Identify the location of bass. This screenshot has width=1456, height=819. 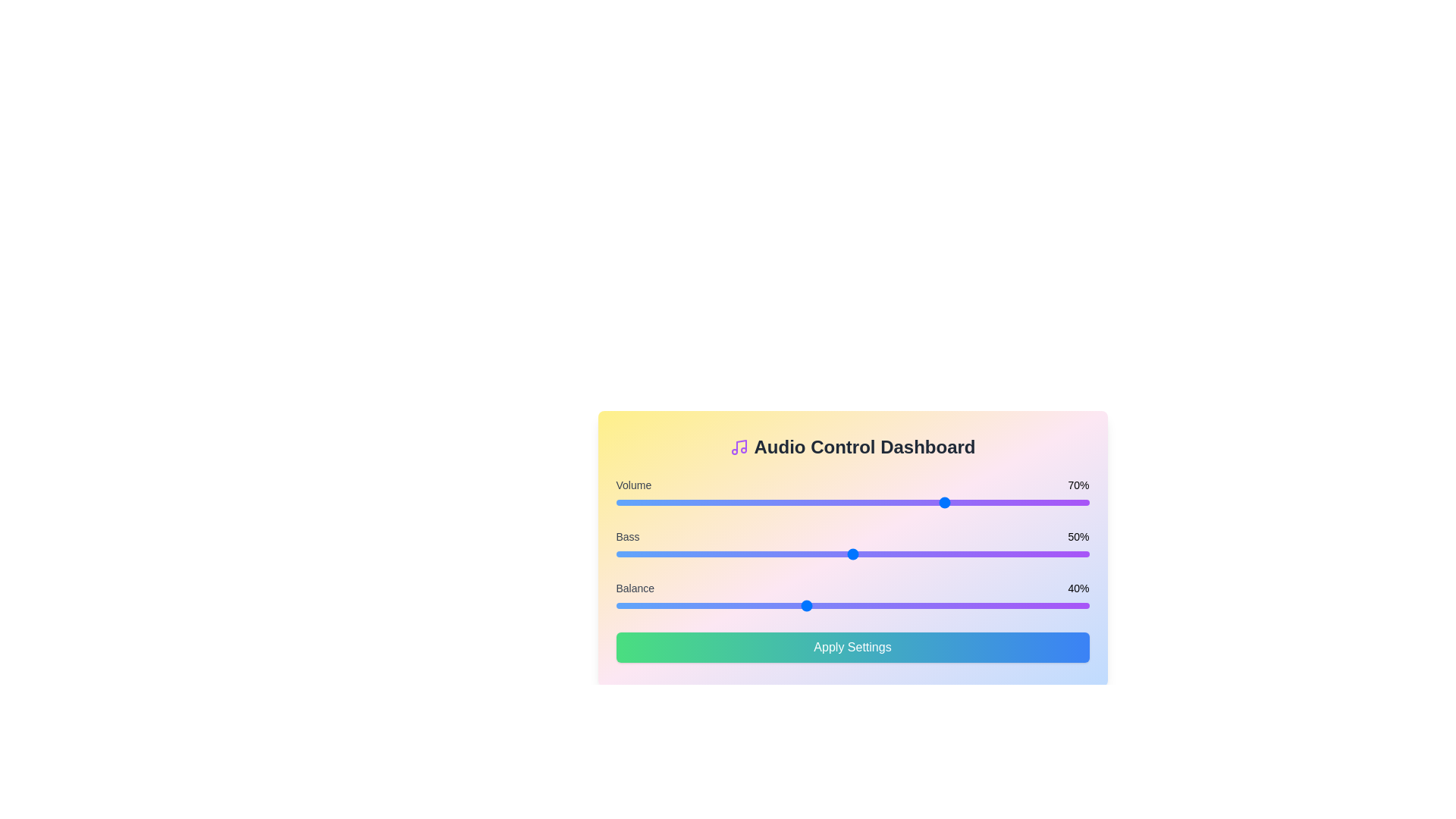
(1046, 554).